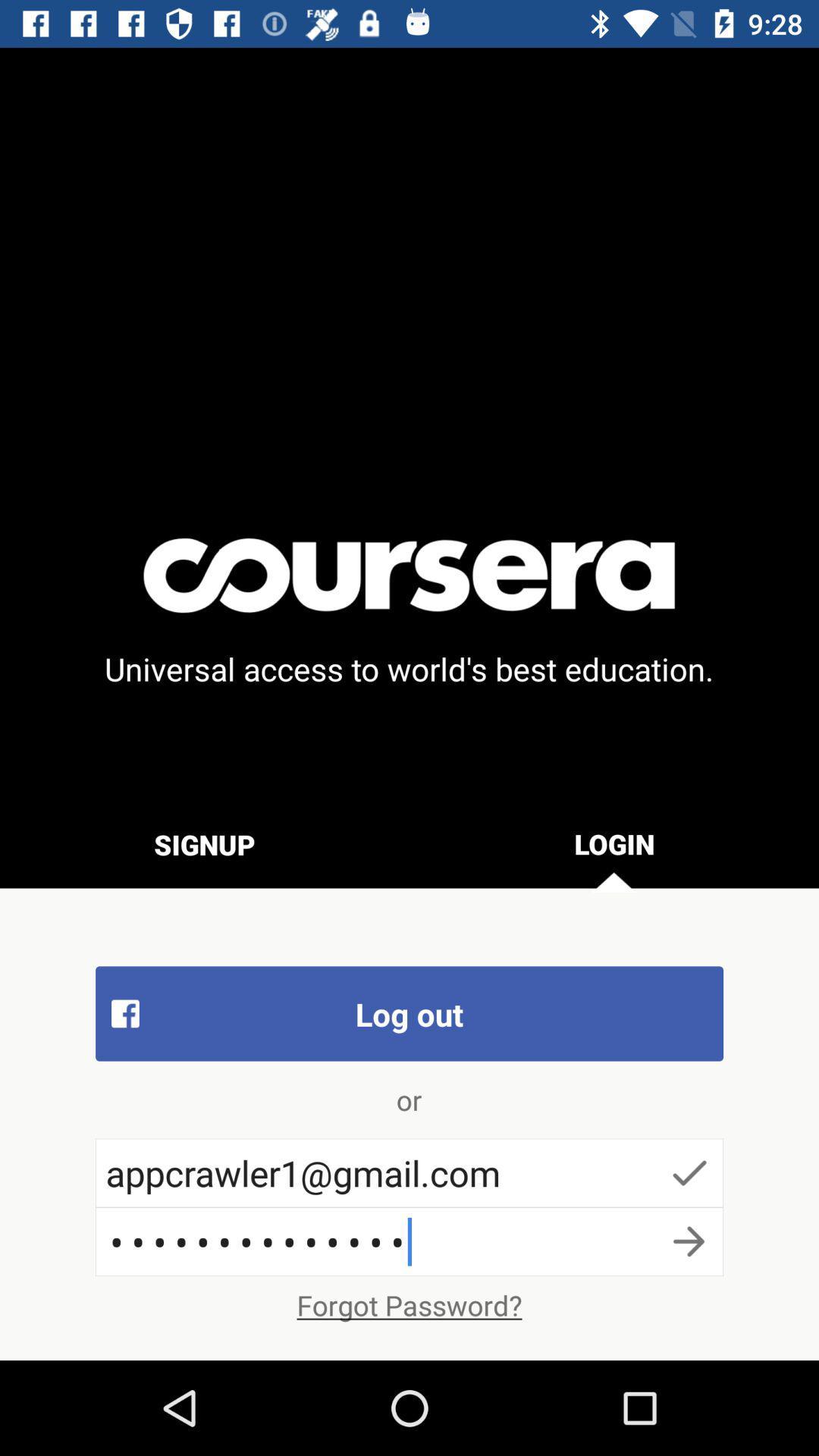  I want to click on icon above the forgot password? item, so click(409, 1241).